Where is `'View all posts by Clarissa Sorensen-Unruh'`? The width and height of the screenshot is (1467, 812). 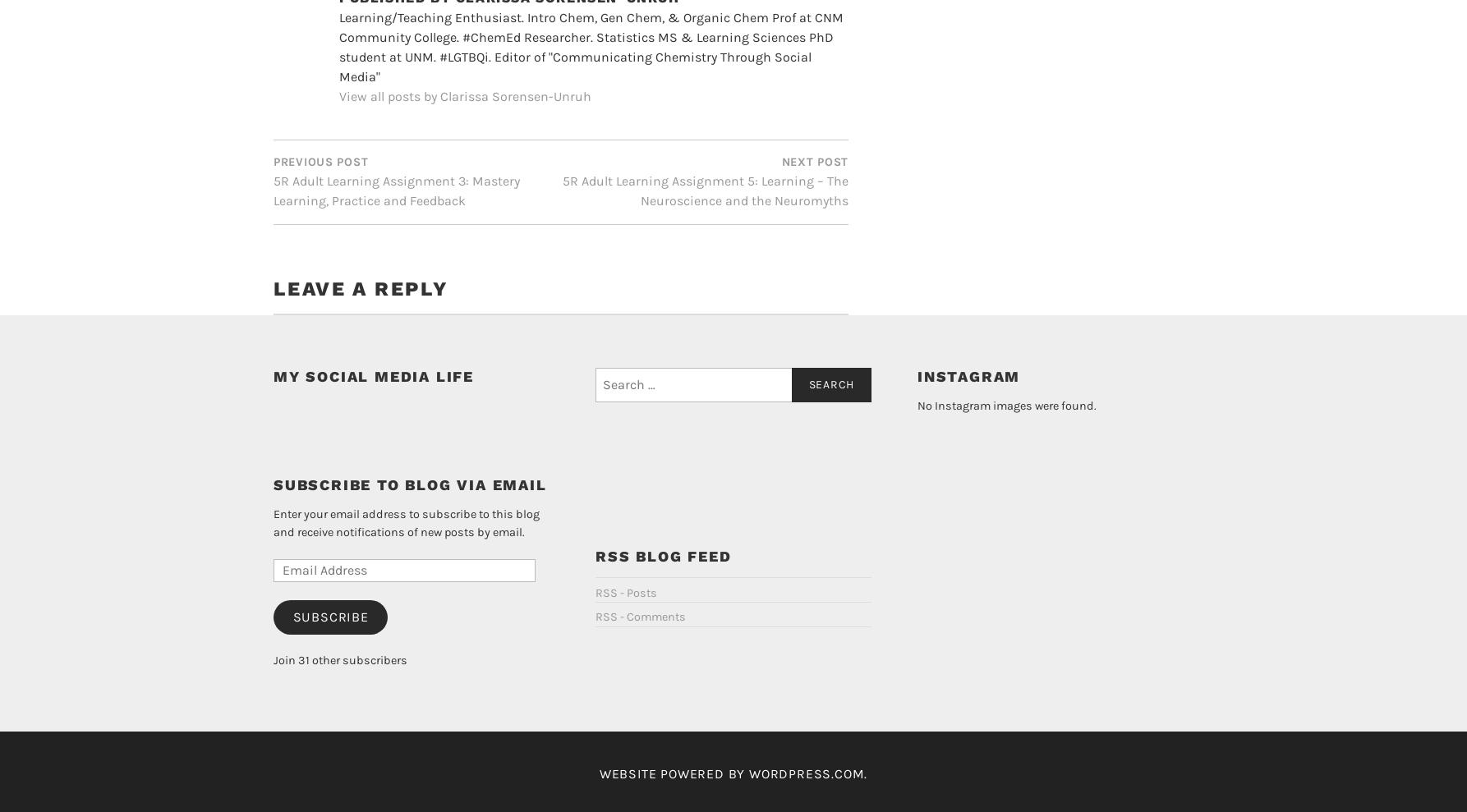 'View all posts by Clarissa Sorensen-Unruh' is located at coordinates (464, 69).